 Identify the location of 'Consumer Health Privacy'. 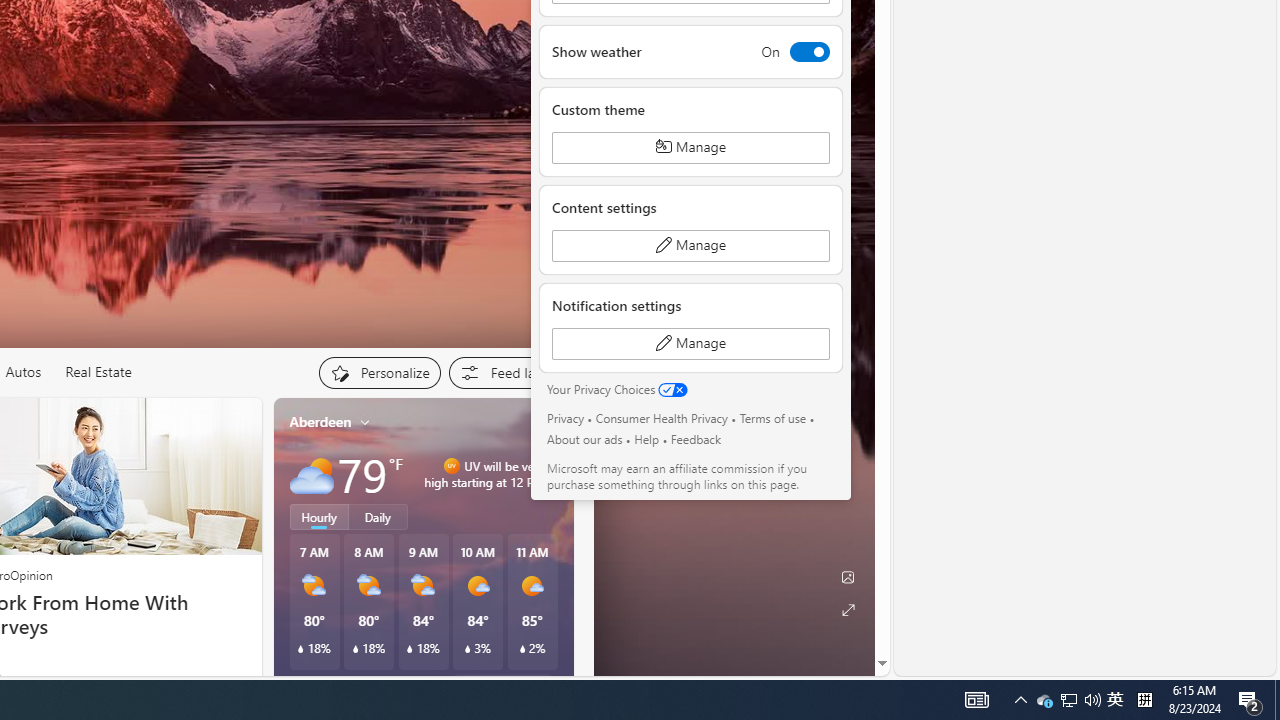
(661, 416).